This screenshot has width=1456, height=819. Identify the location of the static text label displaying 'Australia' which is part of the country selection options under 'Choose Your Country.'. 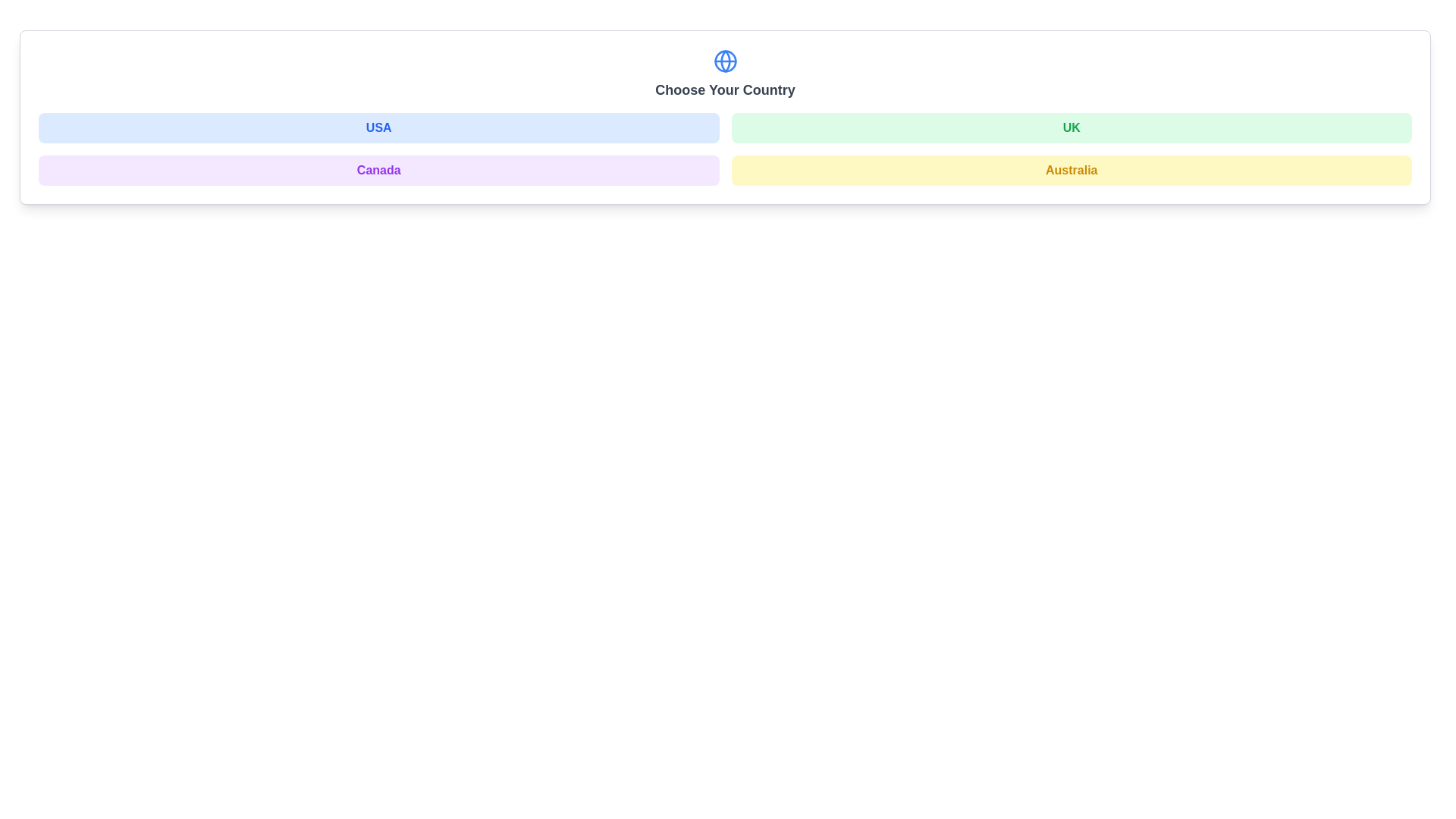
(1071, 170).